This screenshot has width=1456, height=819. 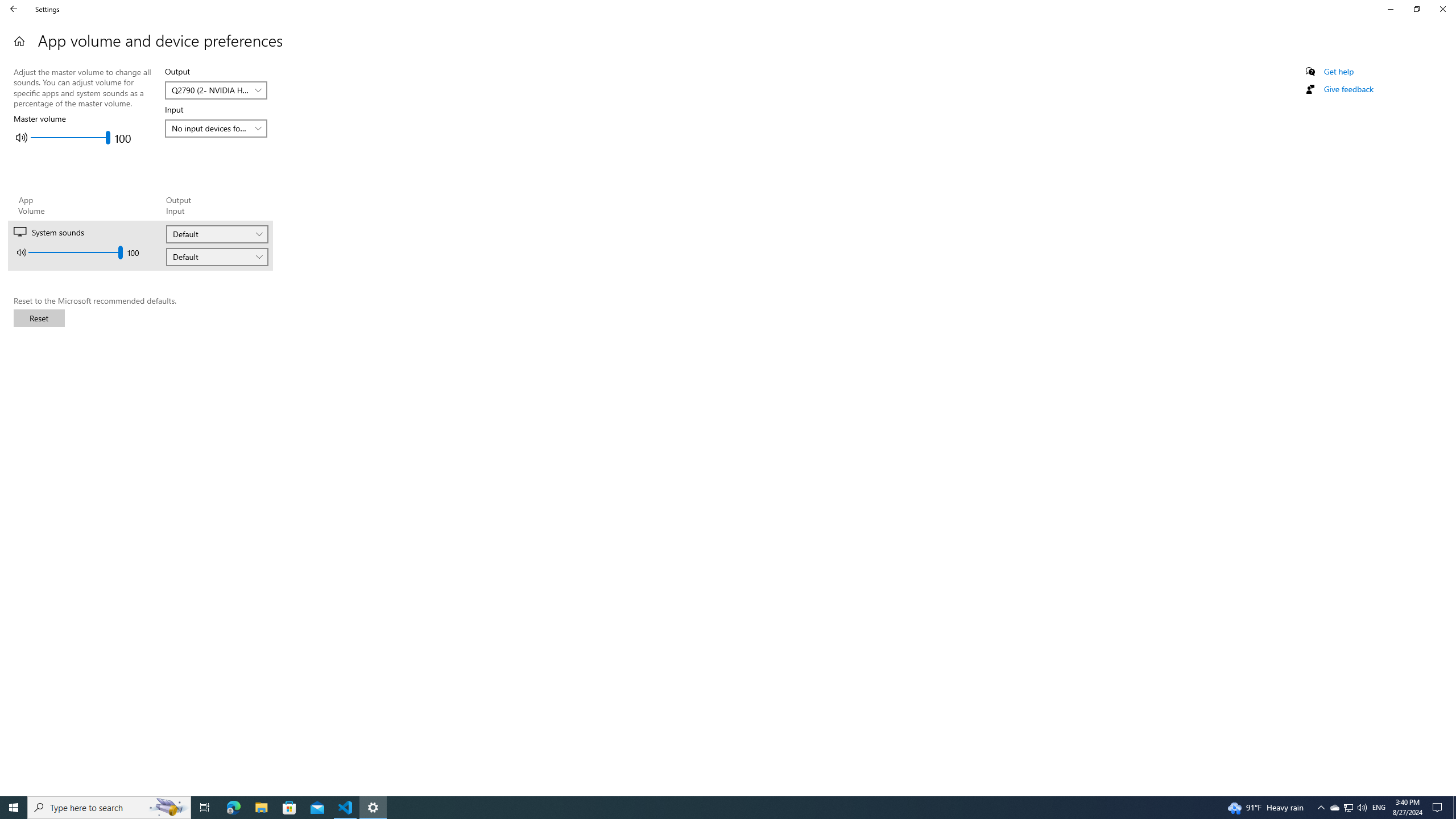 What do you see at coordinates (345, 806) in the screenshot?
I see `'Visual Studio Code - 1 running window'` at bounding box center [345, 806].